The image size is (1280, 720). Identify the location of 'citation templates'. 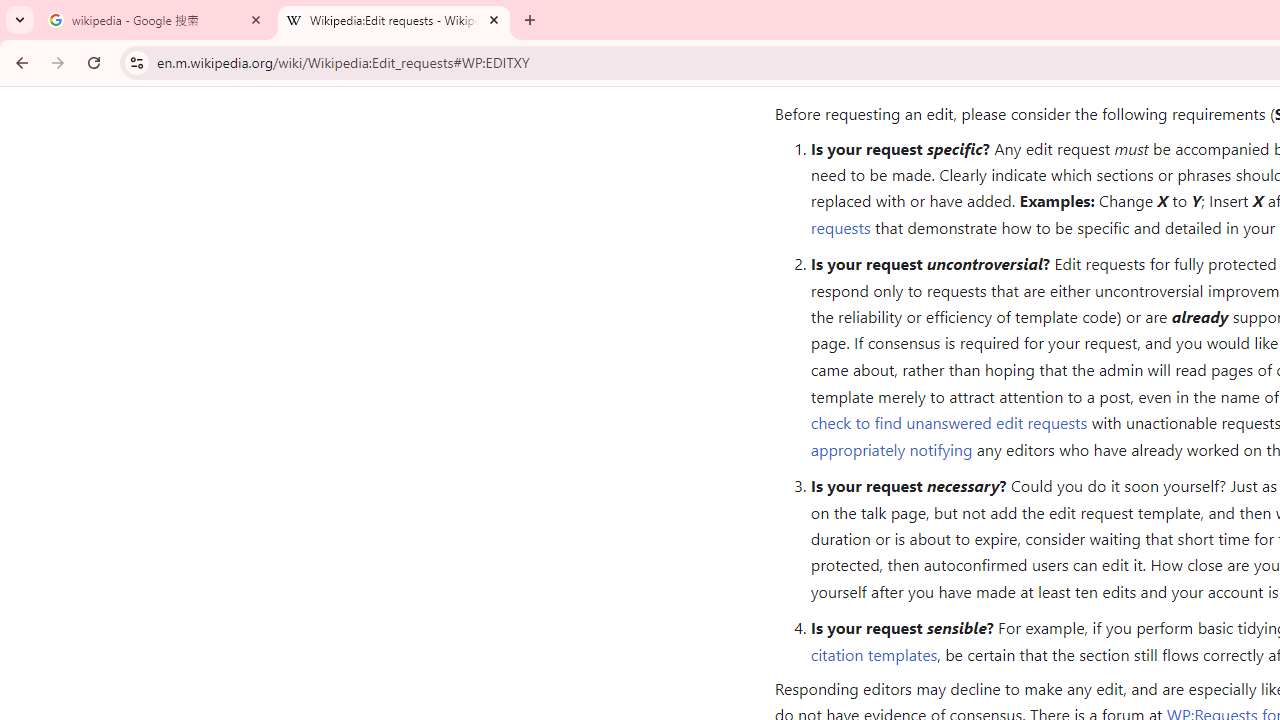
(874, 654).